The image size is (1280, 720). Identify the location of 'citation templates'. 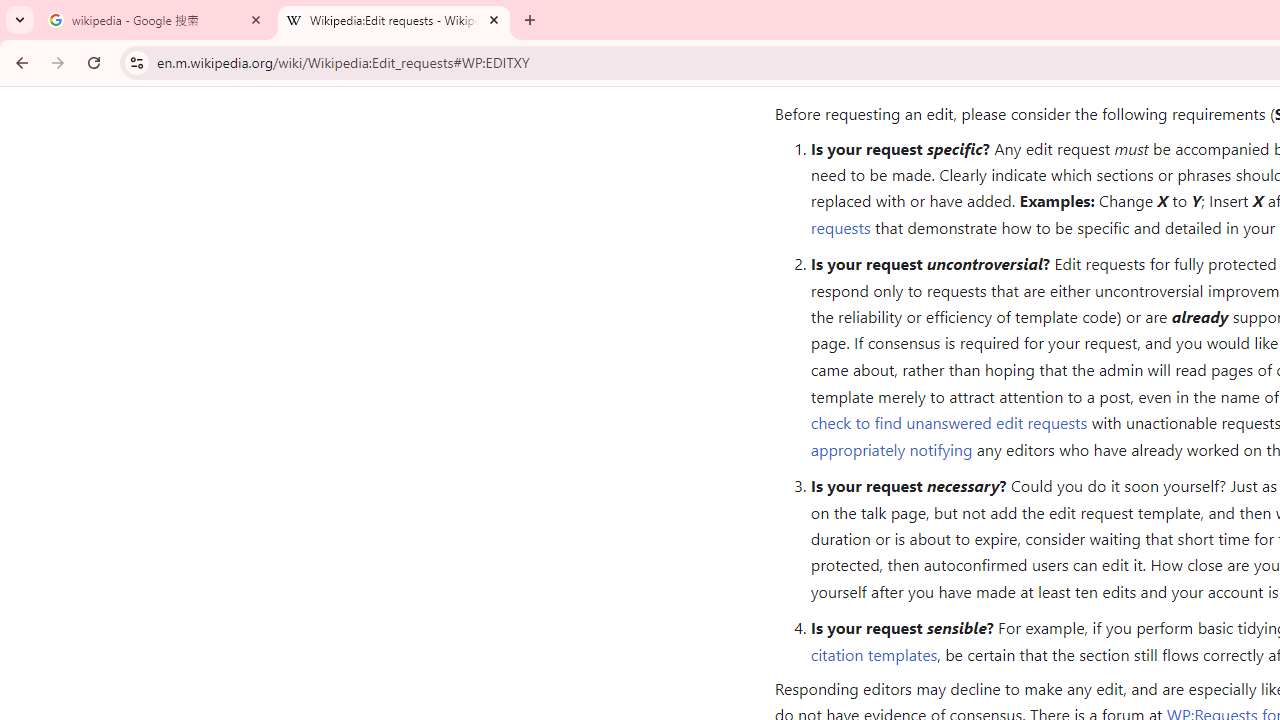
(874, 654).